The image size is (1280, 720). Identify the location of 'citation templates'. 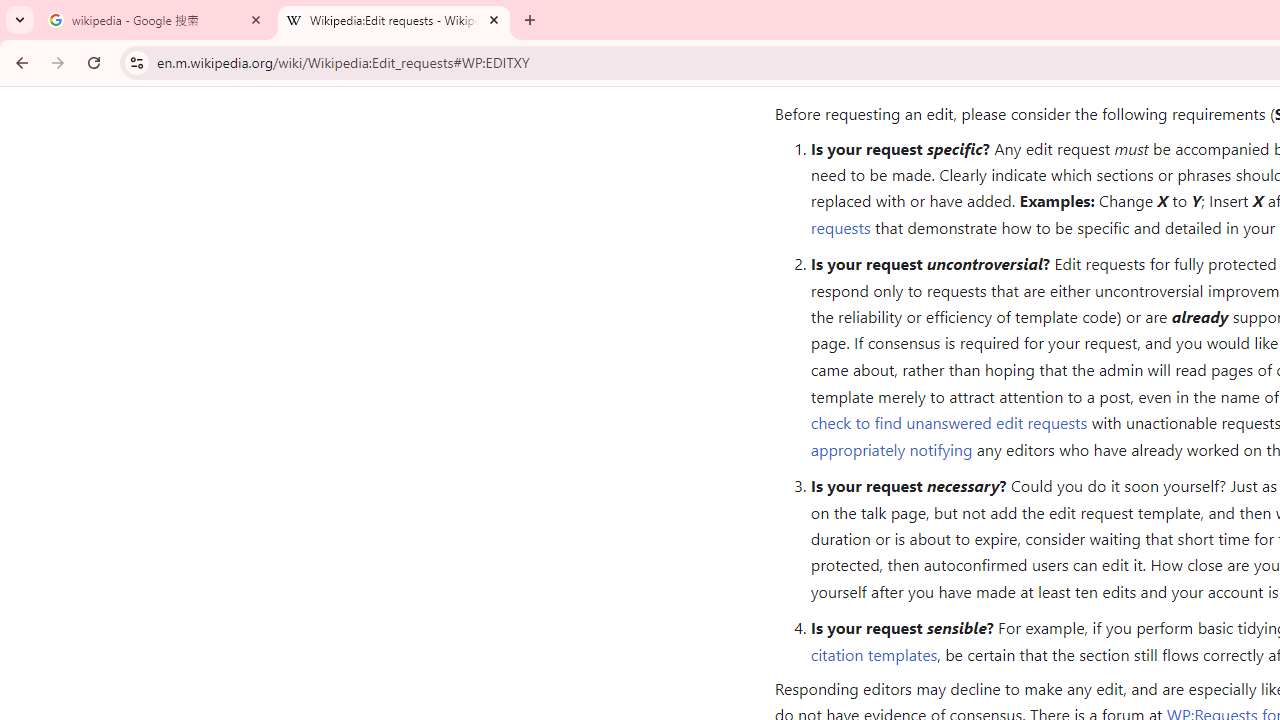
(874, 654).